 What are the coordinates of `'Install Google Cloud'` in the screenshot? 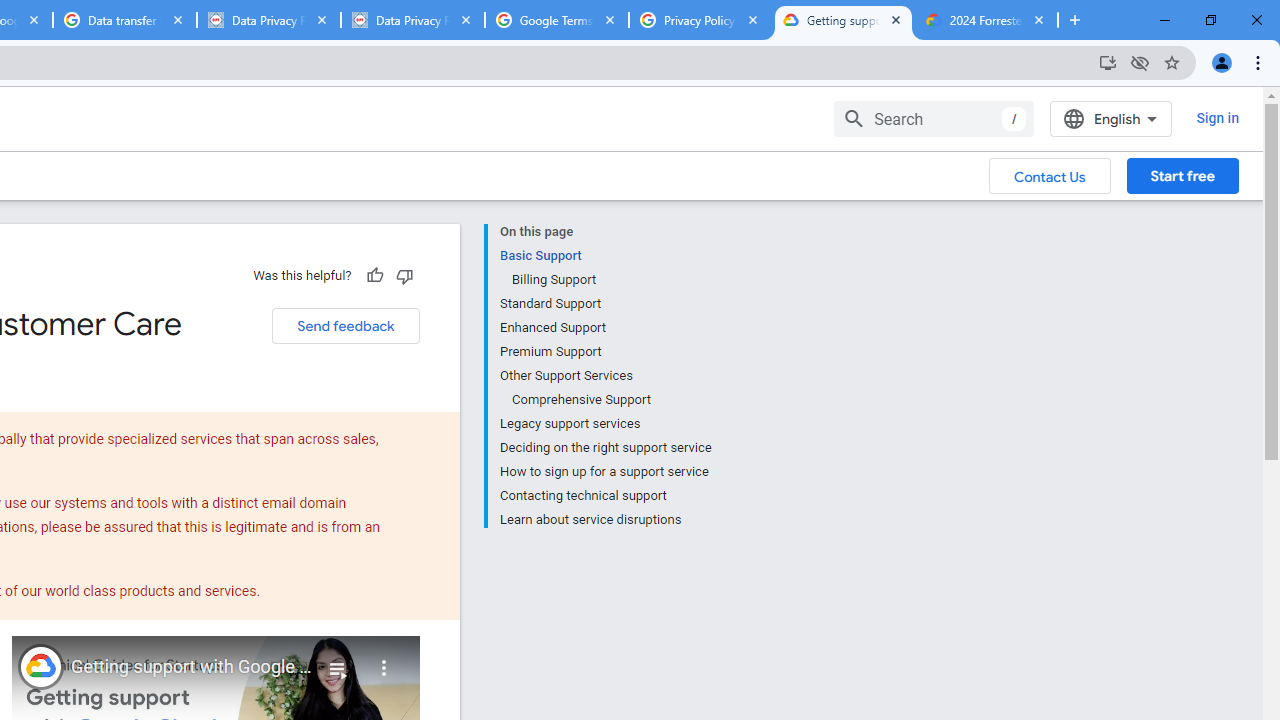 It's located at (1106, 61).